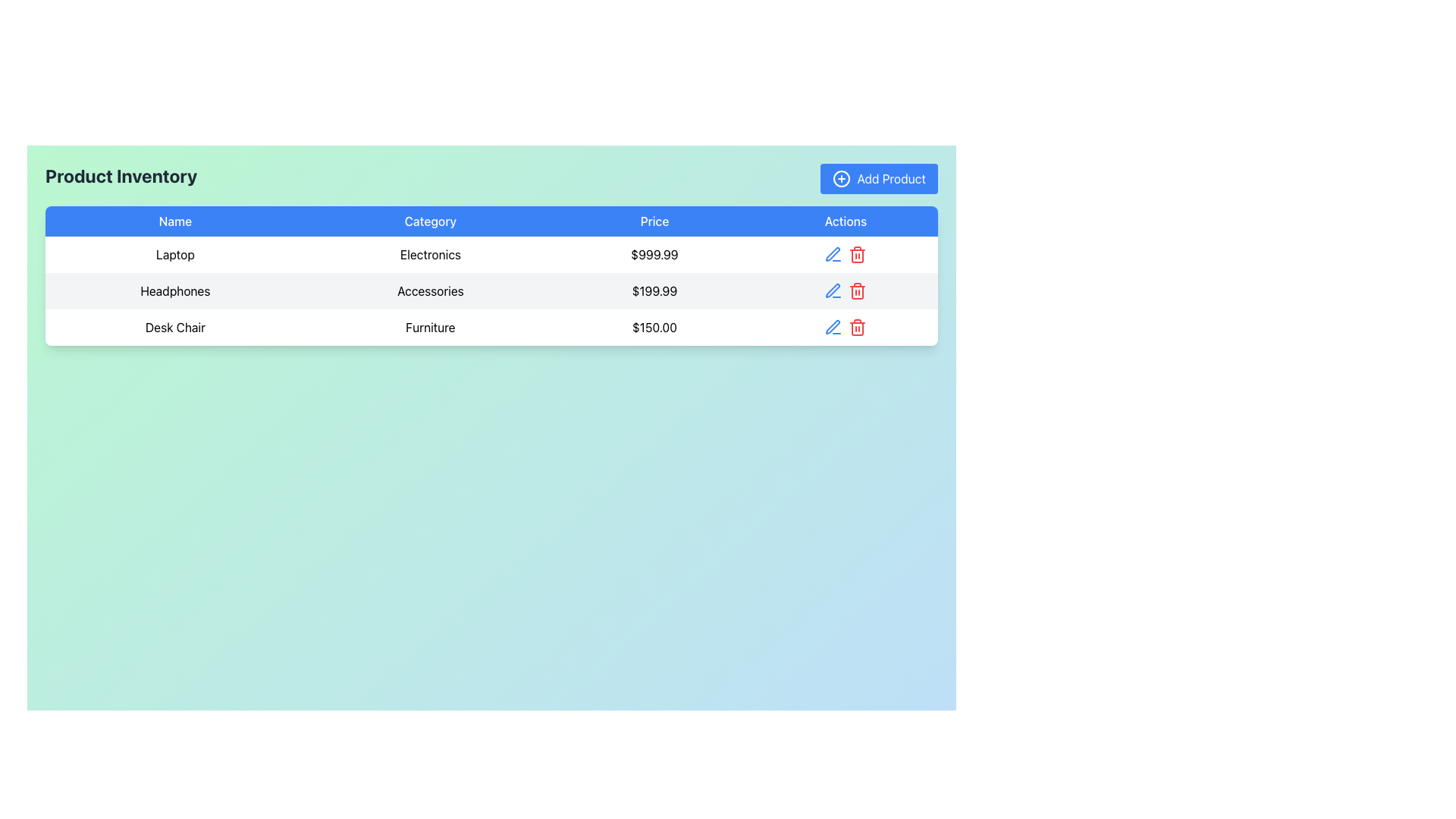 This screenshot has width=1456, height=819. What do you see at coordinates (491, 253) in the screenshot?
I see `the first data display row in the Product Inventory table, which shows product details including name, category, and price` at bounding box center [491, 253].